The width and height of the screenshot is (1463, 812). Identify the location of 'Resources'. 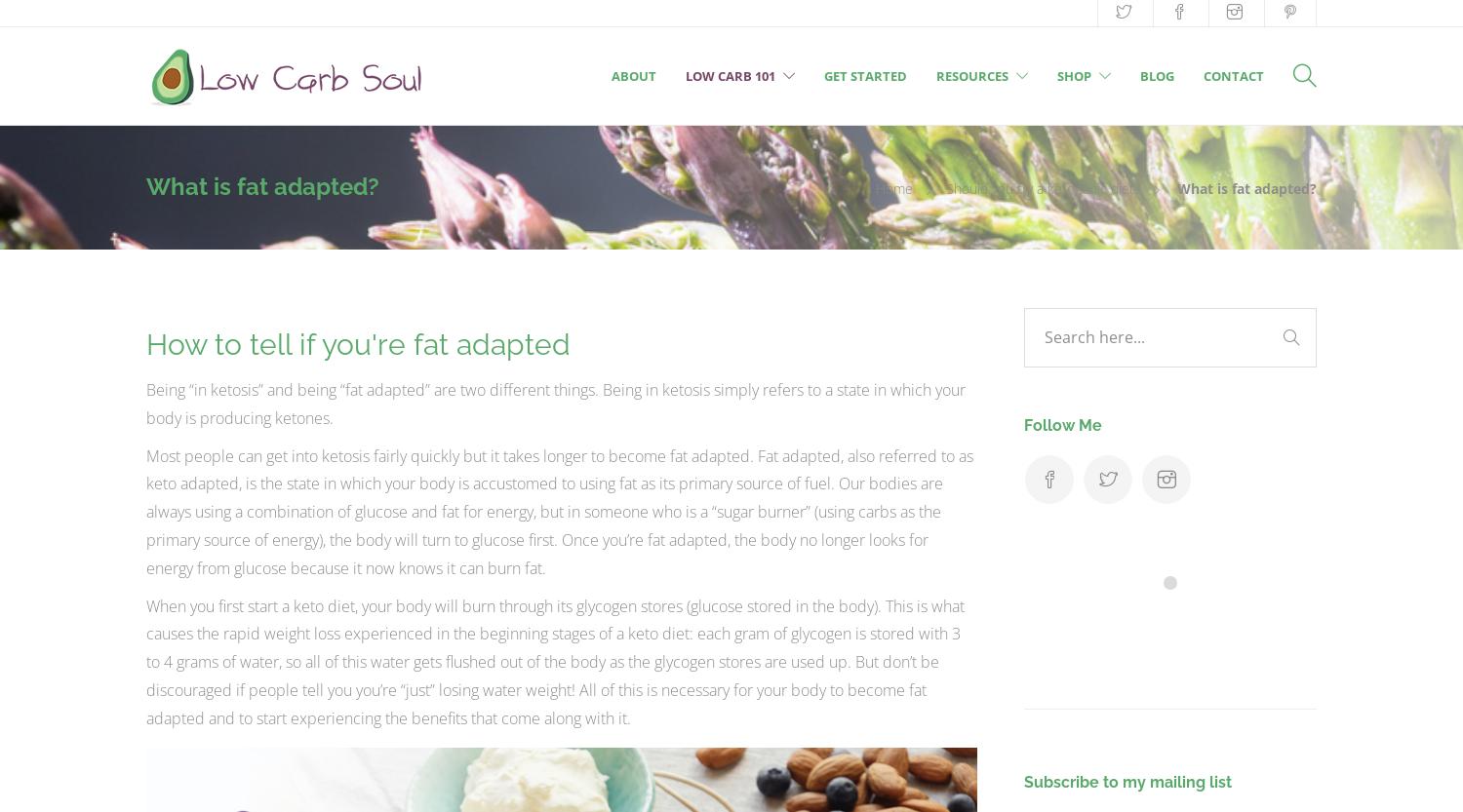
(971, 74).